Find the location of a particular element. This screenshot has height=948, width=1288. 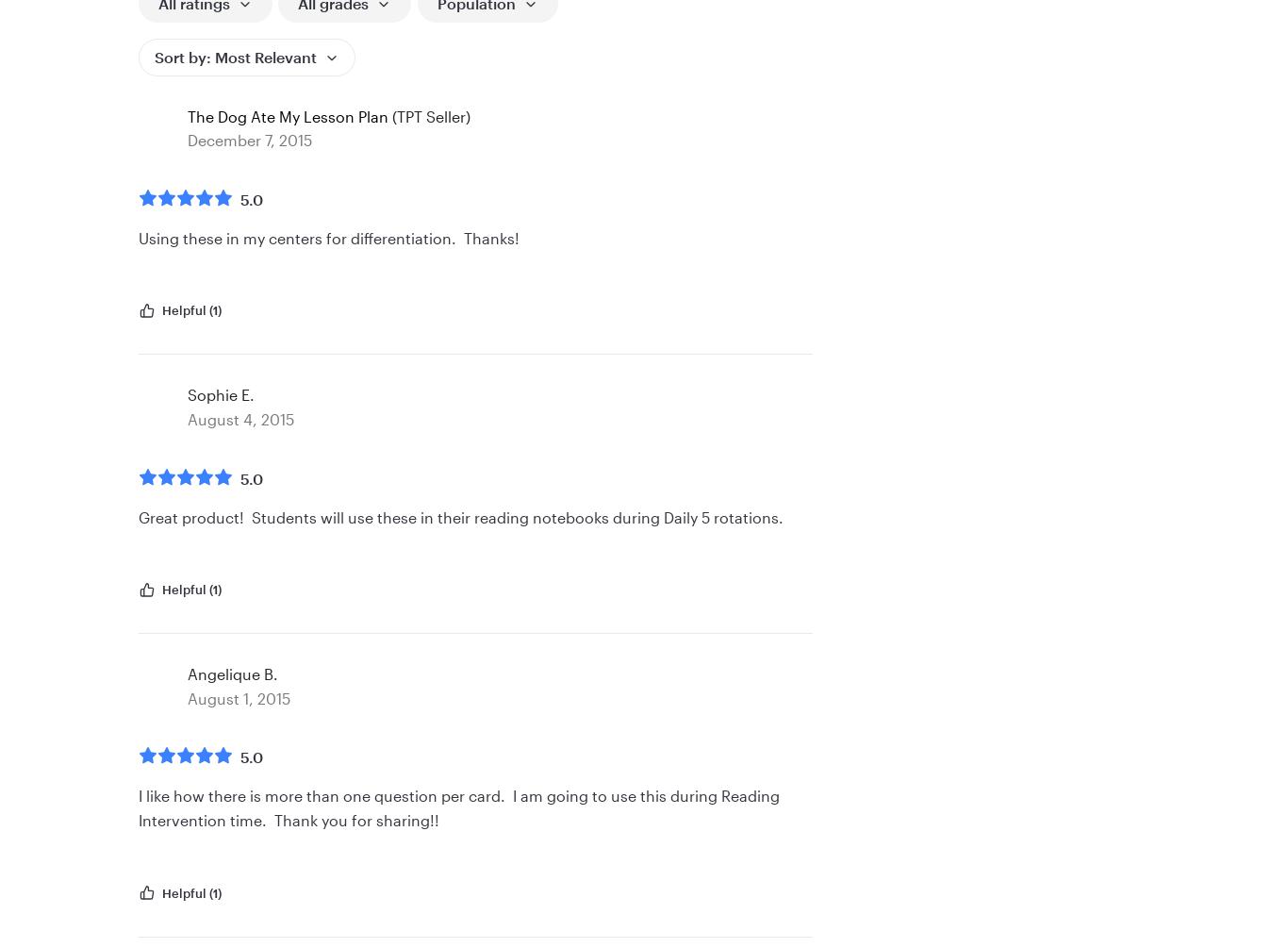

'Sophie E.' is located at coordinates (187, 394).